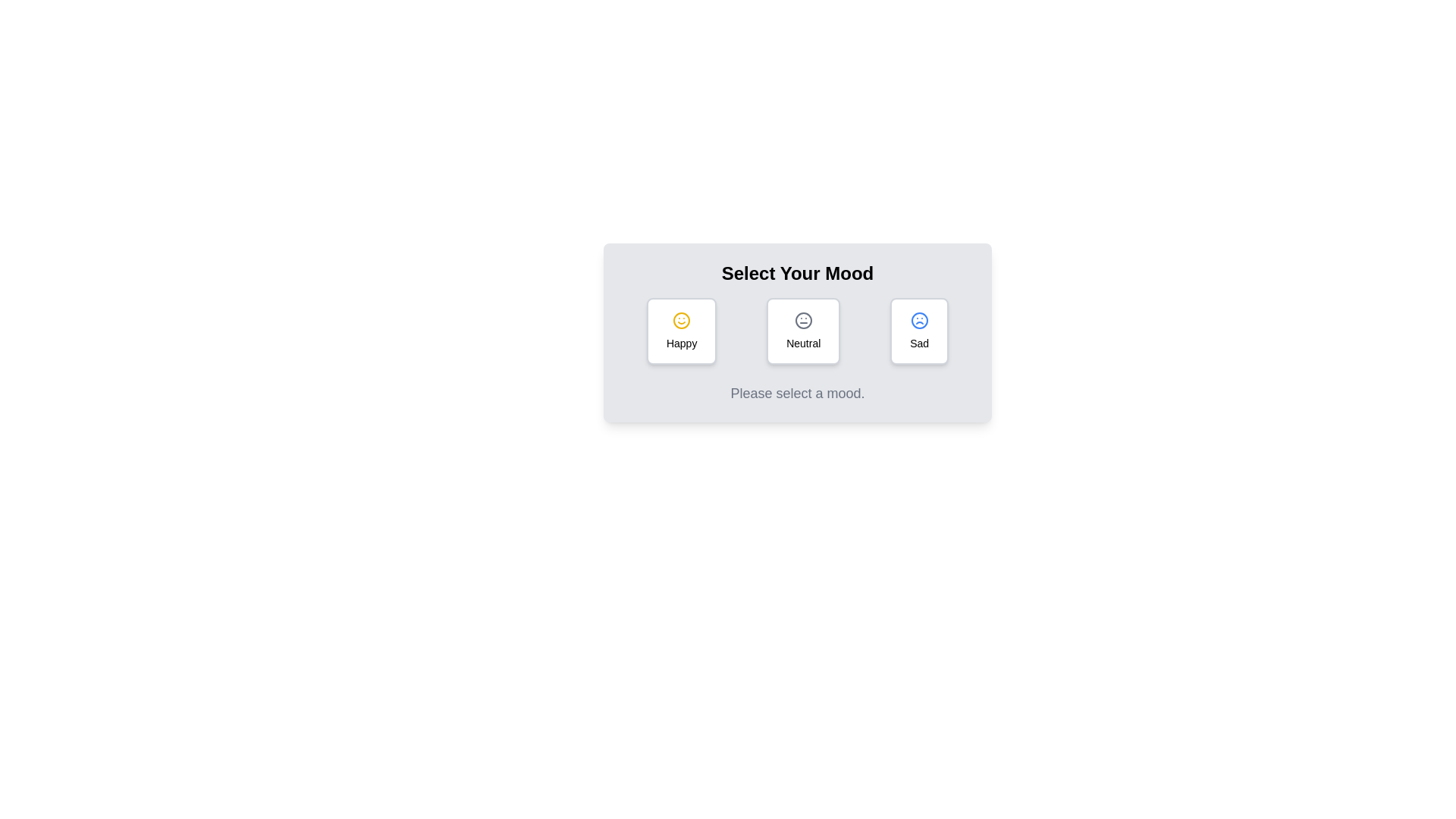  What do you see at coordinates (802, 320) in the screenshot?
I see `the circular graphical element representing the neutral mood in the SVG illustration, located in the middle of the three mood options under the 'Select Your Mood' title` at bounding box center [802, 320].